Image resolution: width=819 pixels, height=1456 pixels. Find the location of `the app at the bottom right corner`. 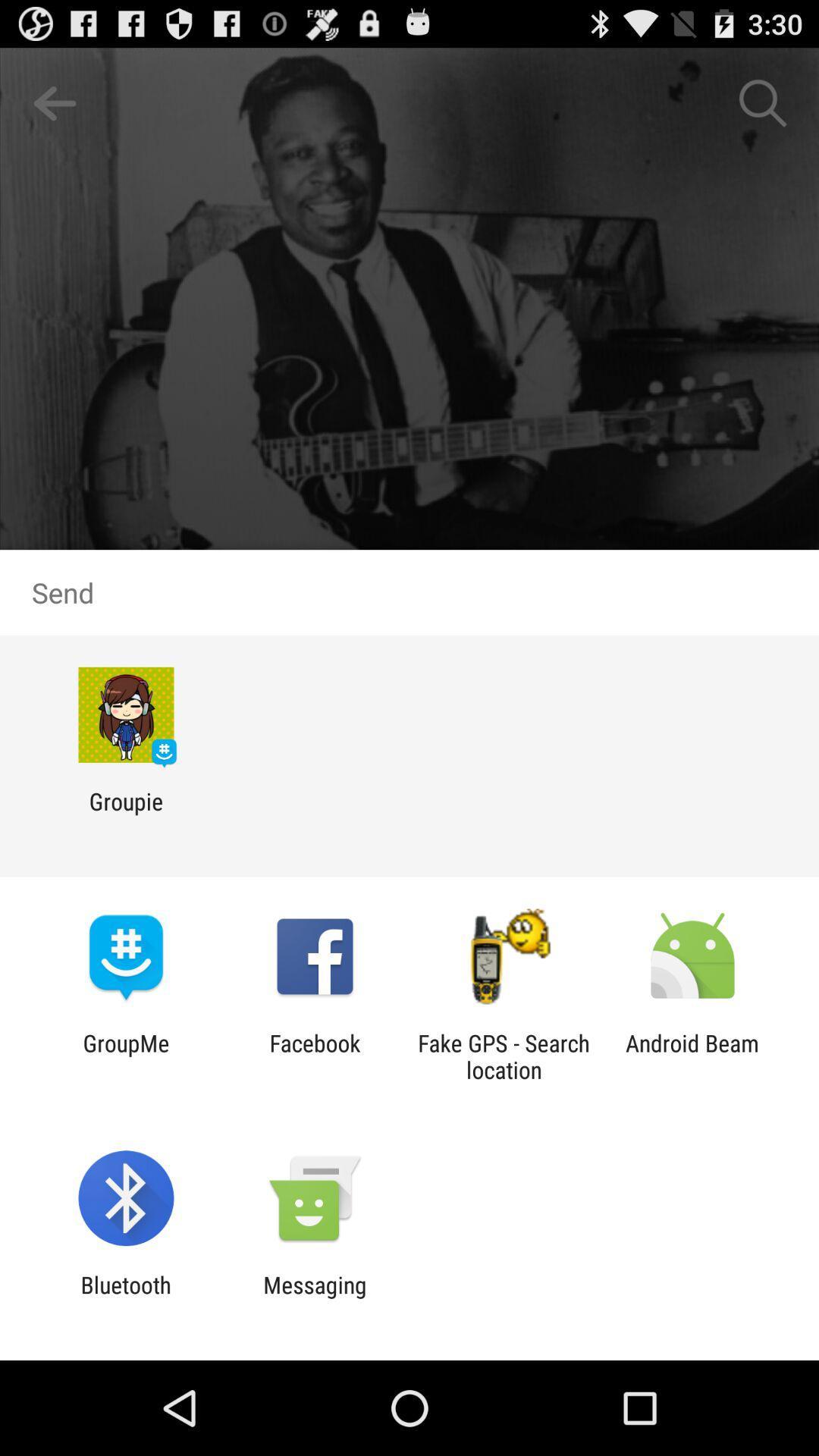

the app at the bottom right corner is located at coordinates (692, 1056).